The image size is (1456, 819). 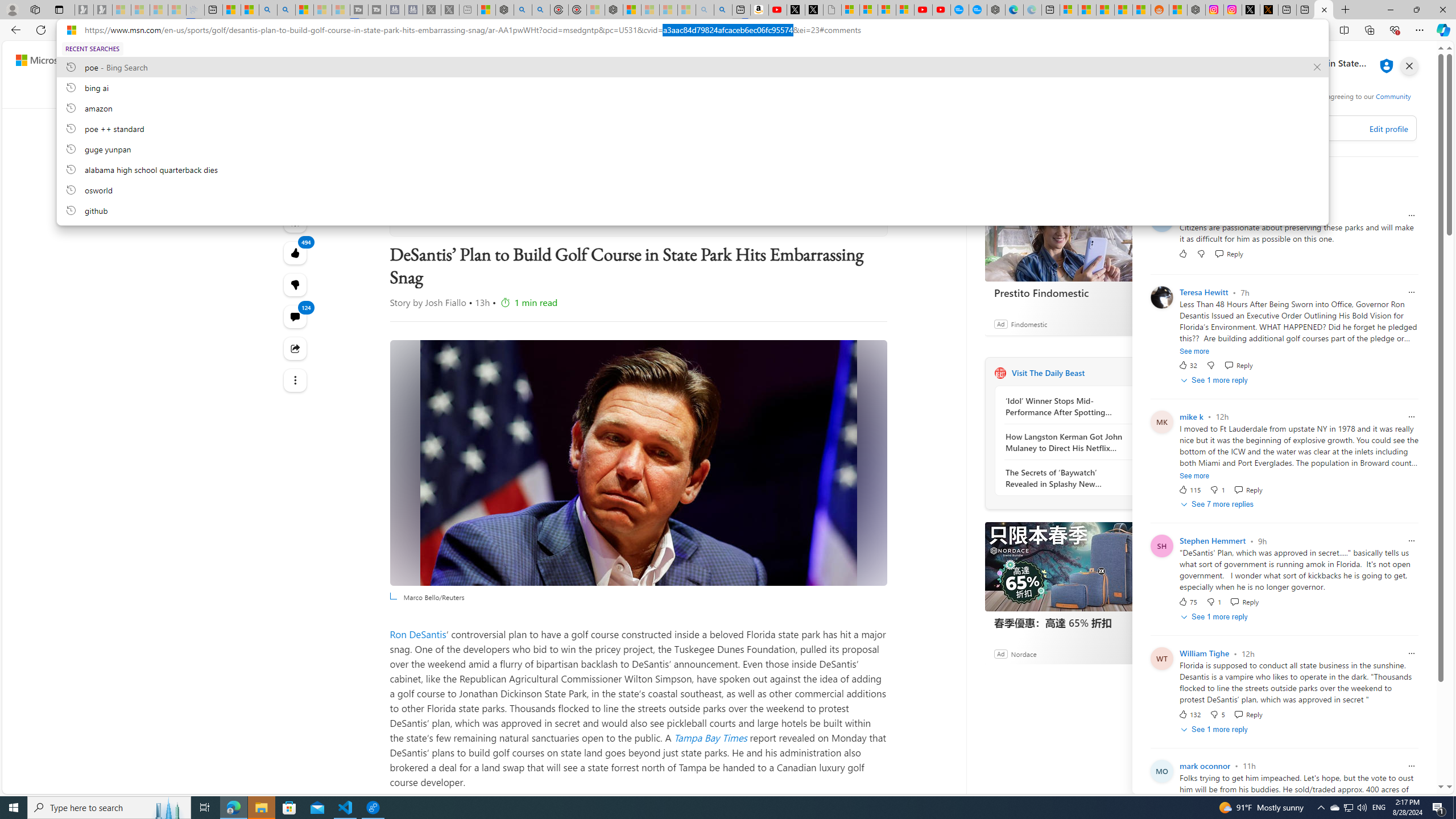 I want to click on 'Dislike', so click(x=1217, y=714).